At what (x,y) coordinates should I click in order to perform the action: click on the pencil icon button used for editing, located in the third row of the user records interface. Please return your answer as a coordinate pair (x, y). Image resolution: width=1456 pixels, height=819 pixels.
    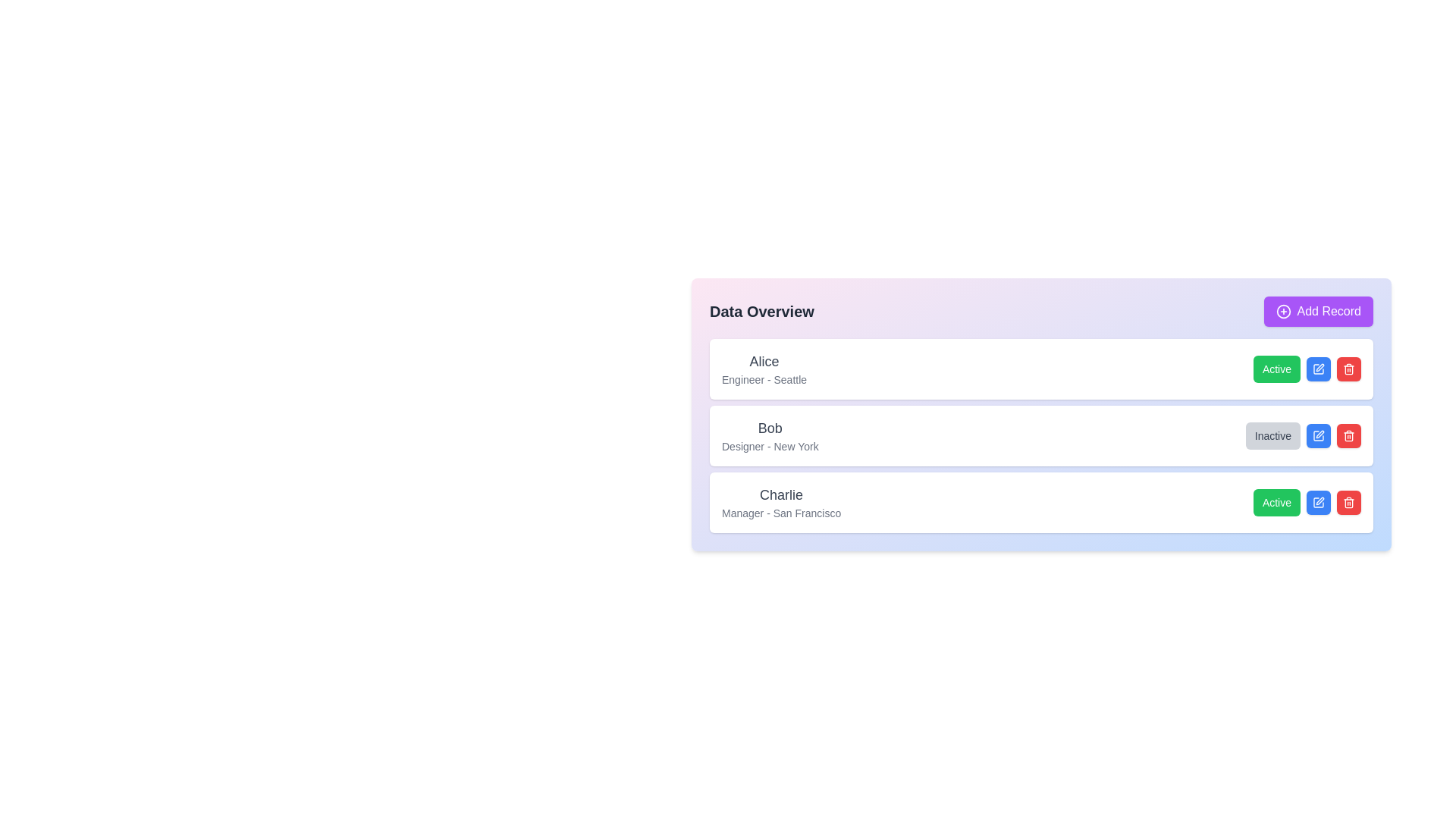
    Looking at the image, I should click on (1319, 500).